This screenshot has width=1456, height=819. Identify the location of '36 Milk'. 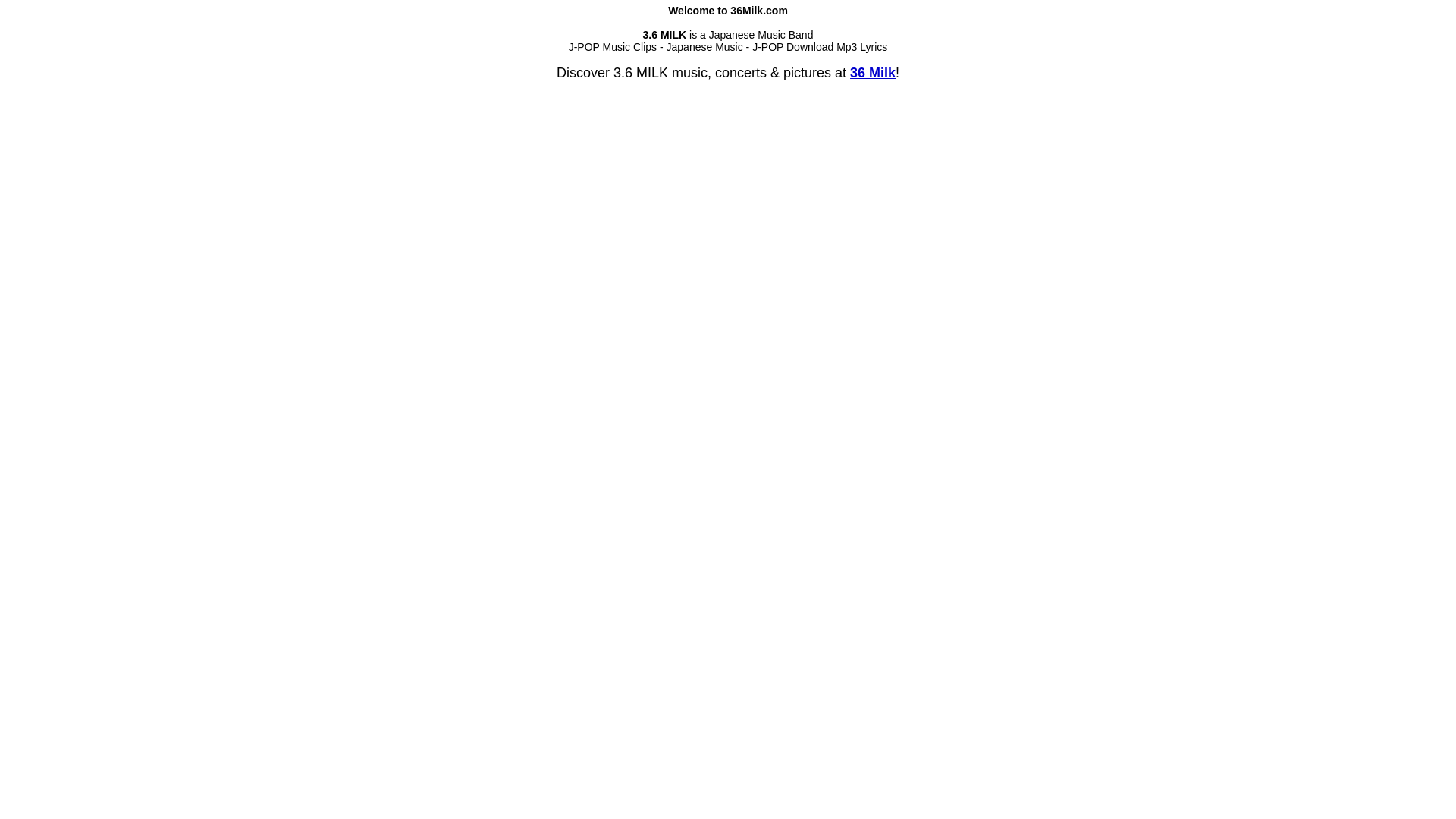
(873, 73).